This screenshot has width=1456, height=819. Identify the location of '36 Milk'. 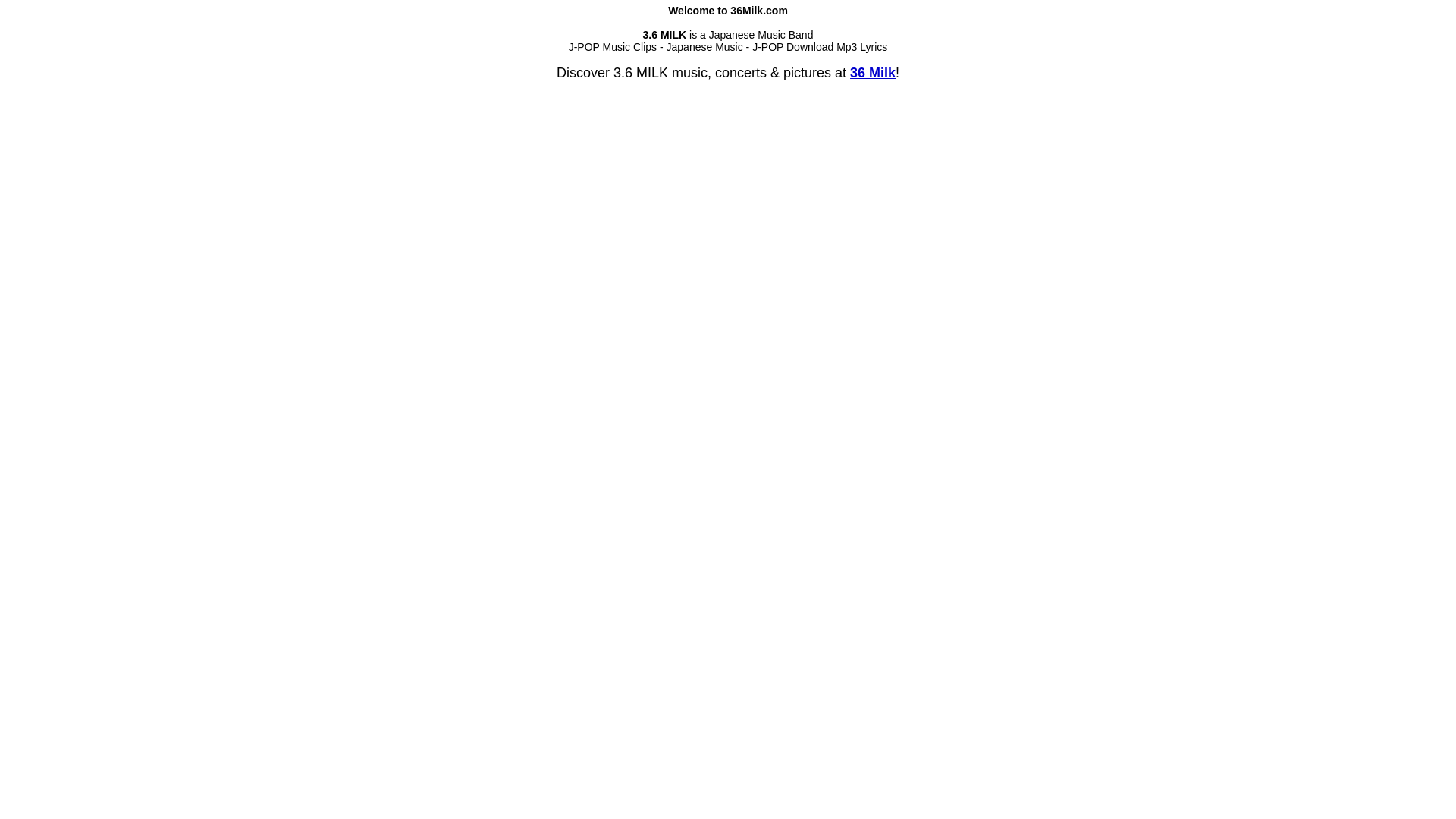
(873, 73).